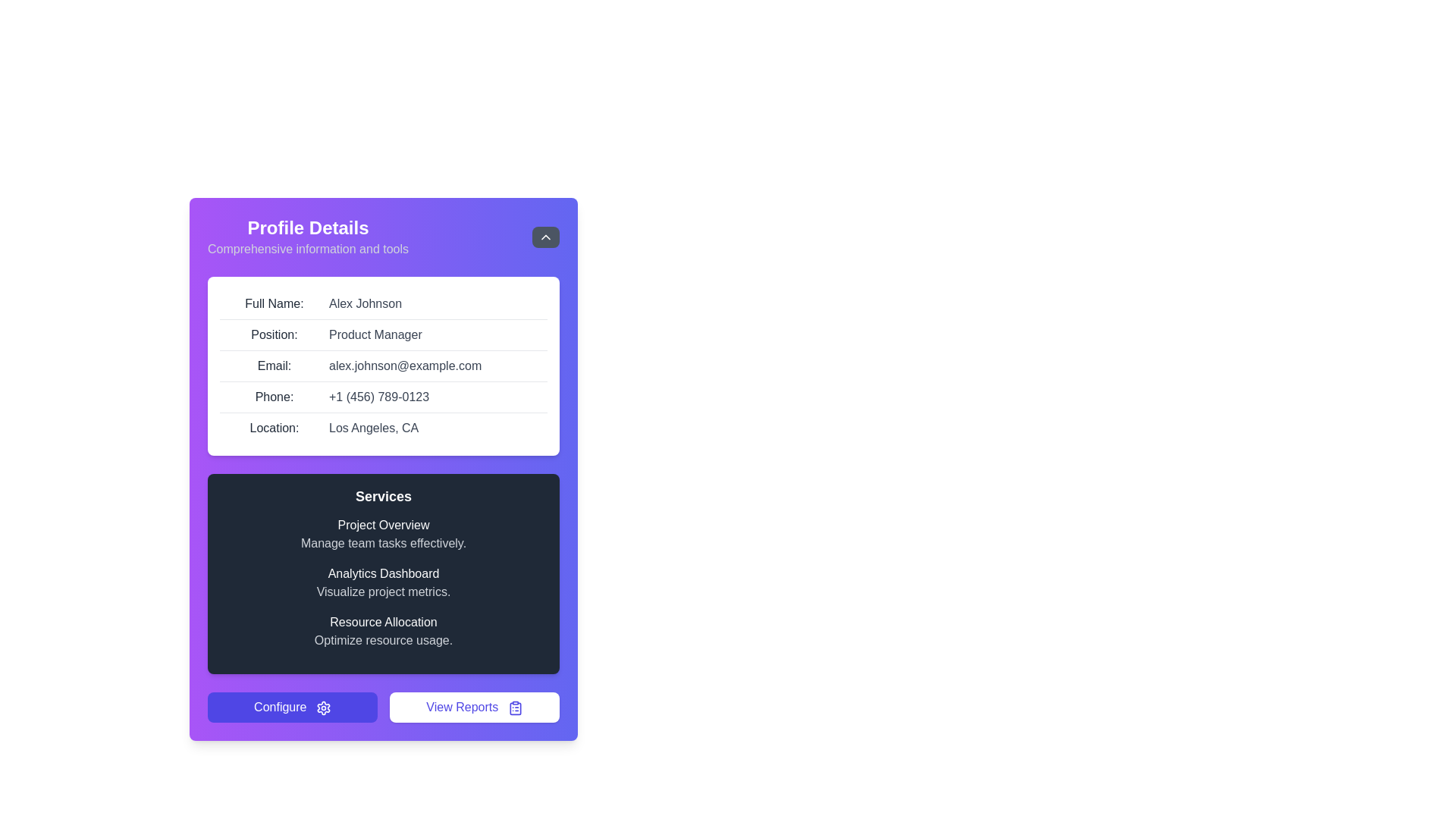  What do you see at coordinates (322, 708) in the screenshot?
I see `the decorative SVG graphic icon representing configuration settings located to the left of the 'View Reports' button within the 'Configure' button at the bottom left corner of the main panel` at bounding box center [322, 708].